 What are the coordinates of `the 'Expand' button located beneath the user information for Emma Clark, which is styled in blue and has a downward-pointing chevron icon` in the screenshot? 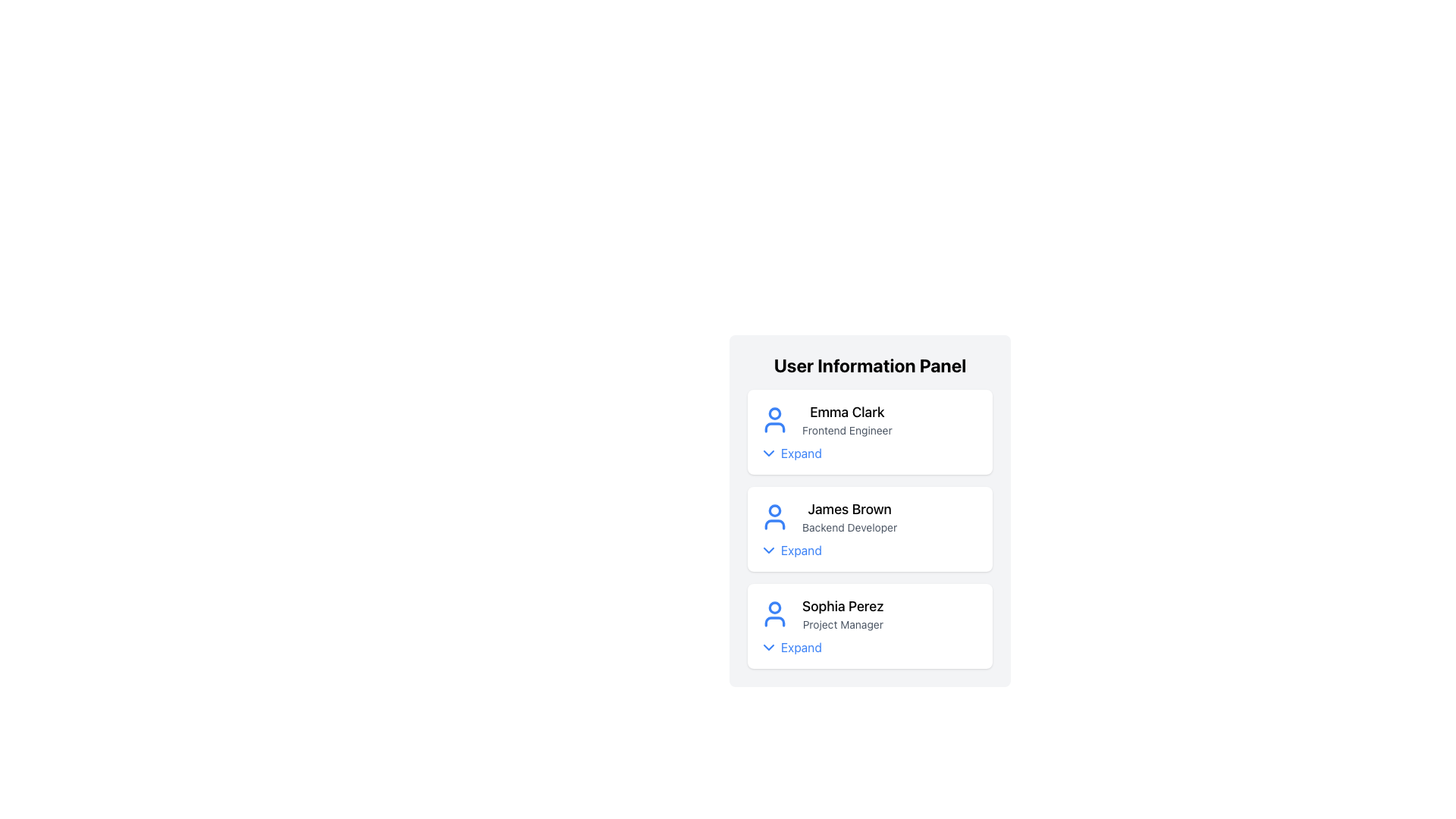 It's located at (789, 452).